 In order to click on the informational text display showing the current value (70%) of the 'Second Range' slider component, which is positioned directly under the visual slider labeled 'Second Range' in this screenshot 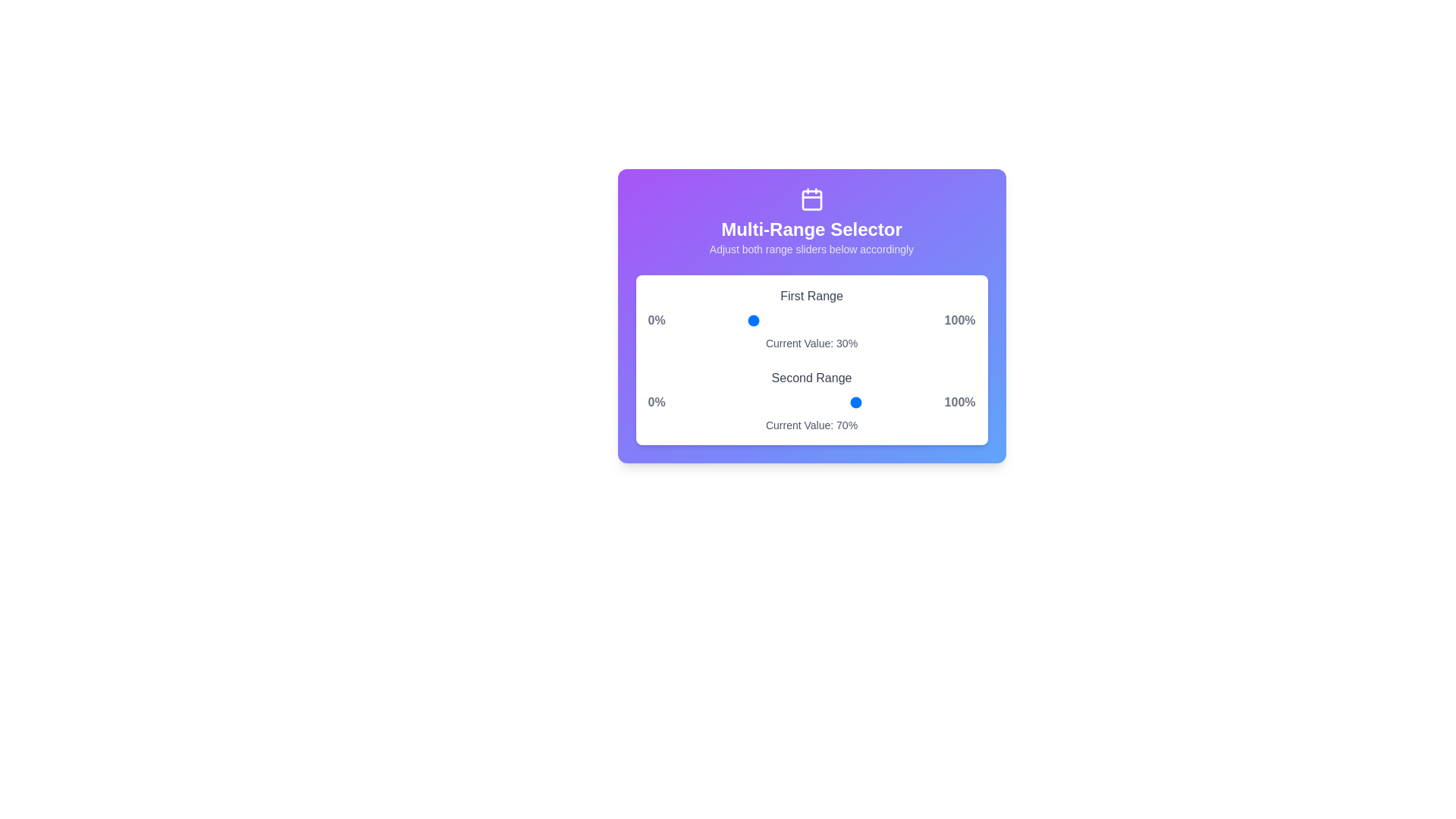, I will do `click(811, 425)`.